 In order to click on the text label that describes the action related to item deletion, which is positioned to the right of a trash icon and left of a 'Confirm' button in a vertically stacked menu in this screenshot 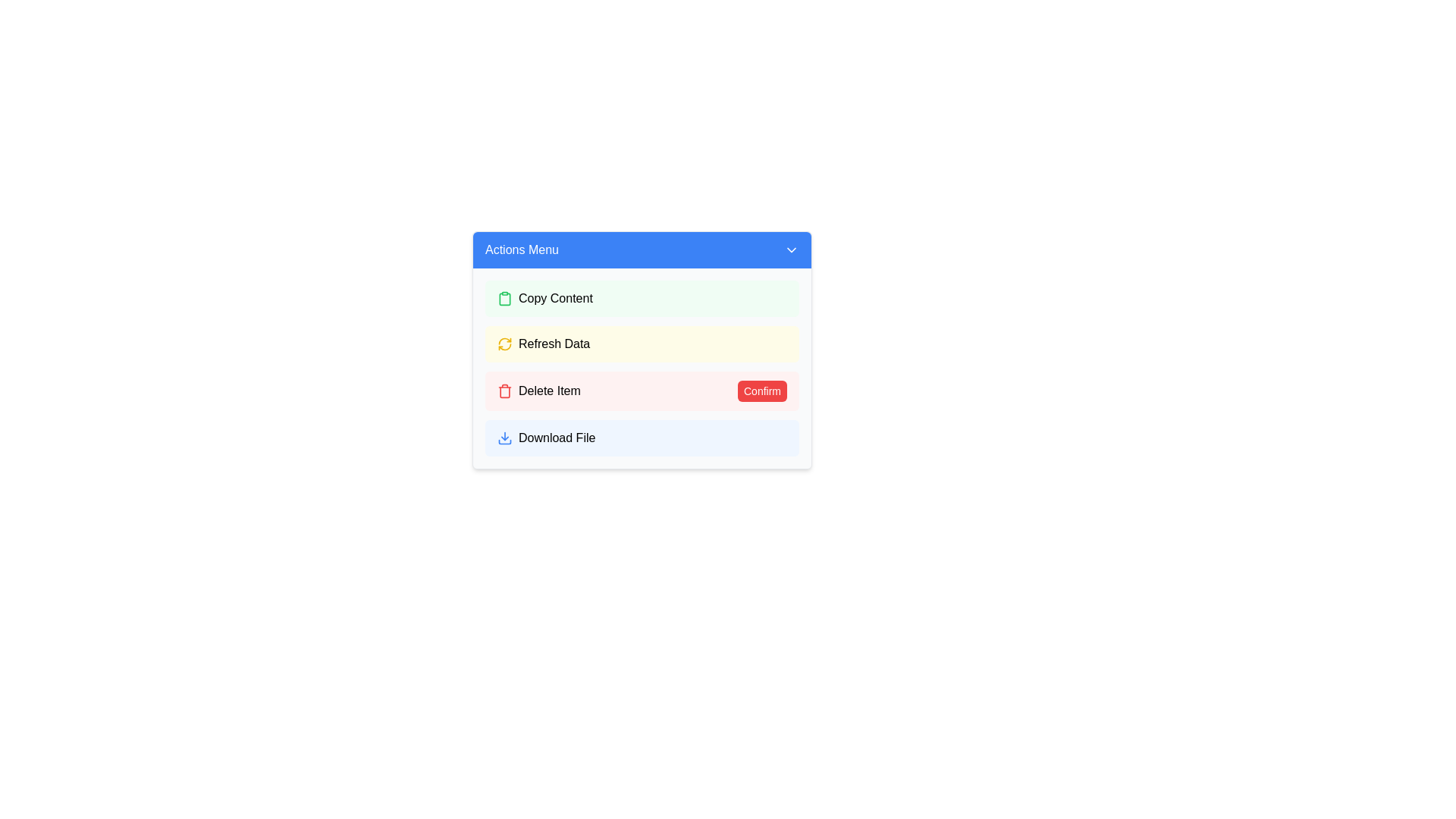, I will do `click(548, 391)`.